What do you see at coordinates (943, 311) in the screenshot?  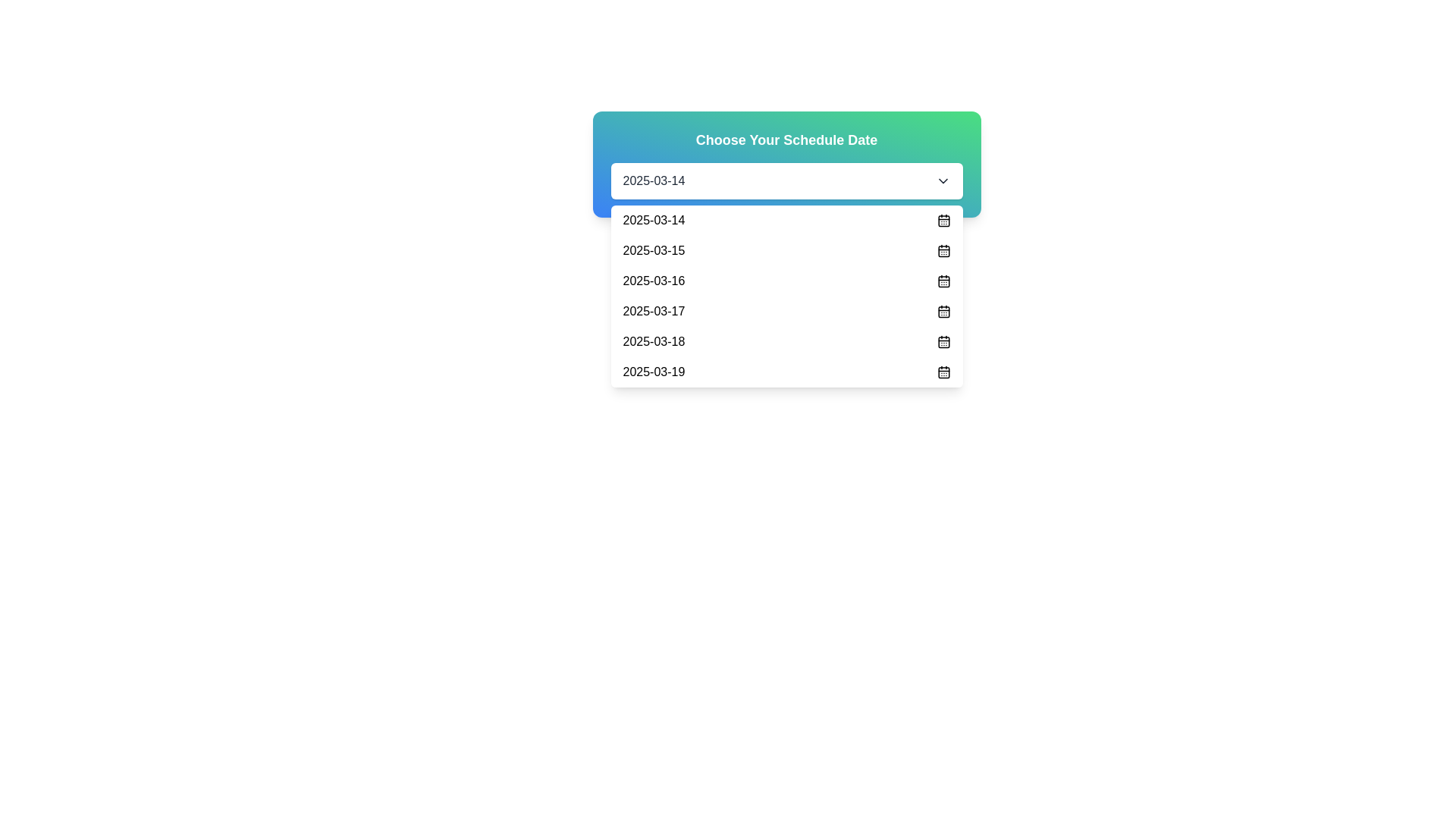 I see `the calendar icon located to the far right of the '2025-03-17' date text in the dropdown list, which has a square outline and a grid-like pattern` at bounding box center [943, 311].